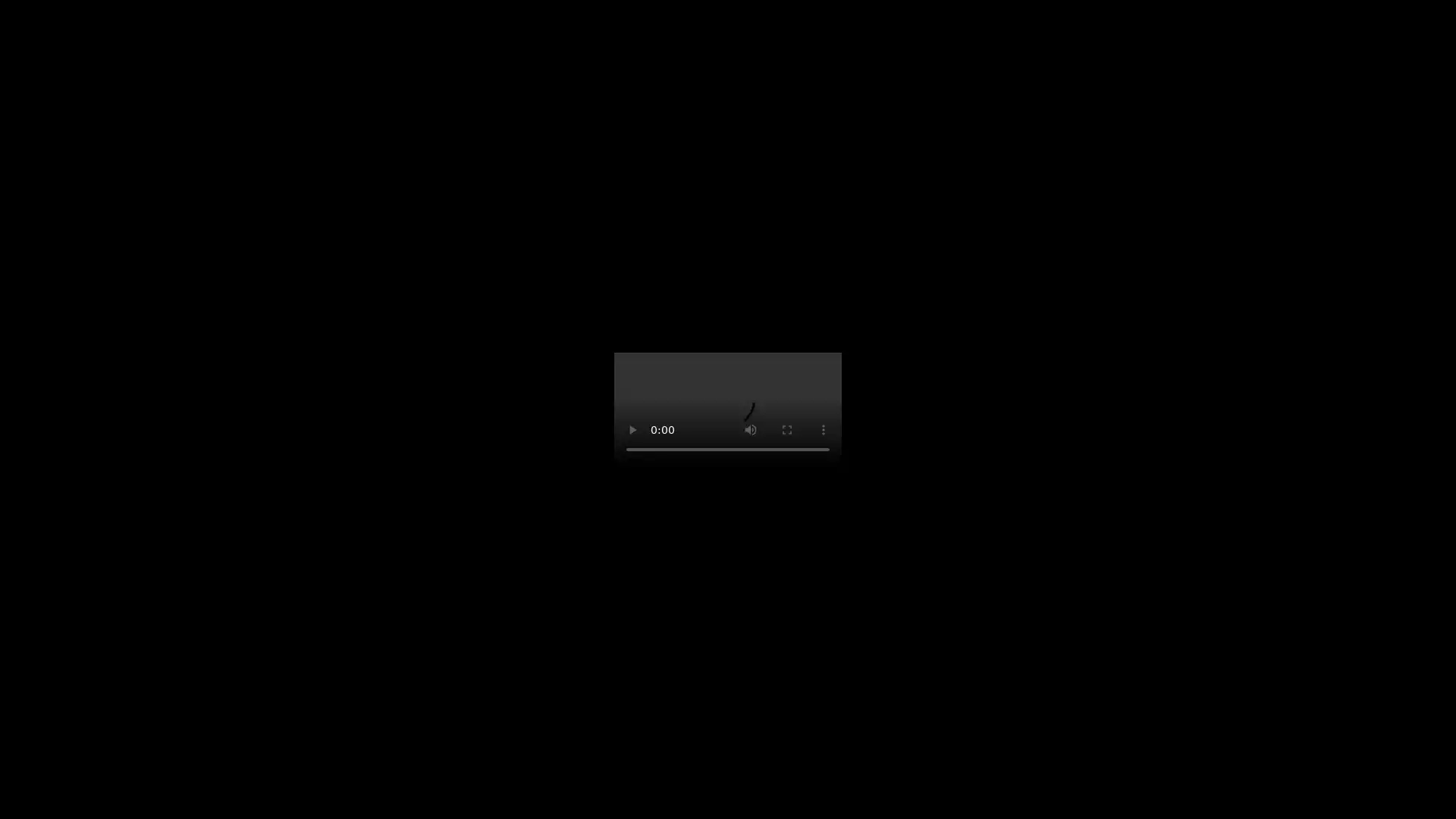 The width and height of the screenshot is (1456, 819). What do you see at coordinates (786, 430) in the screenshot?
I see `enter full screen` at bounding box center [786, 430].